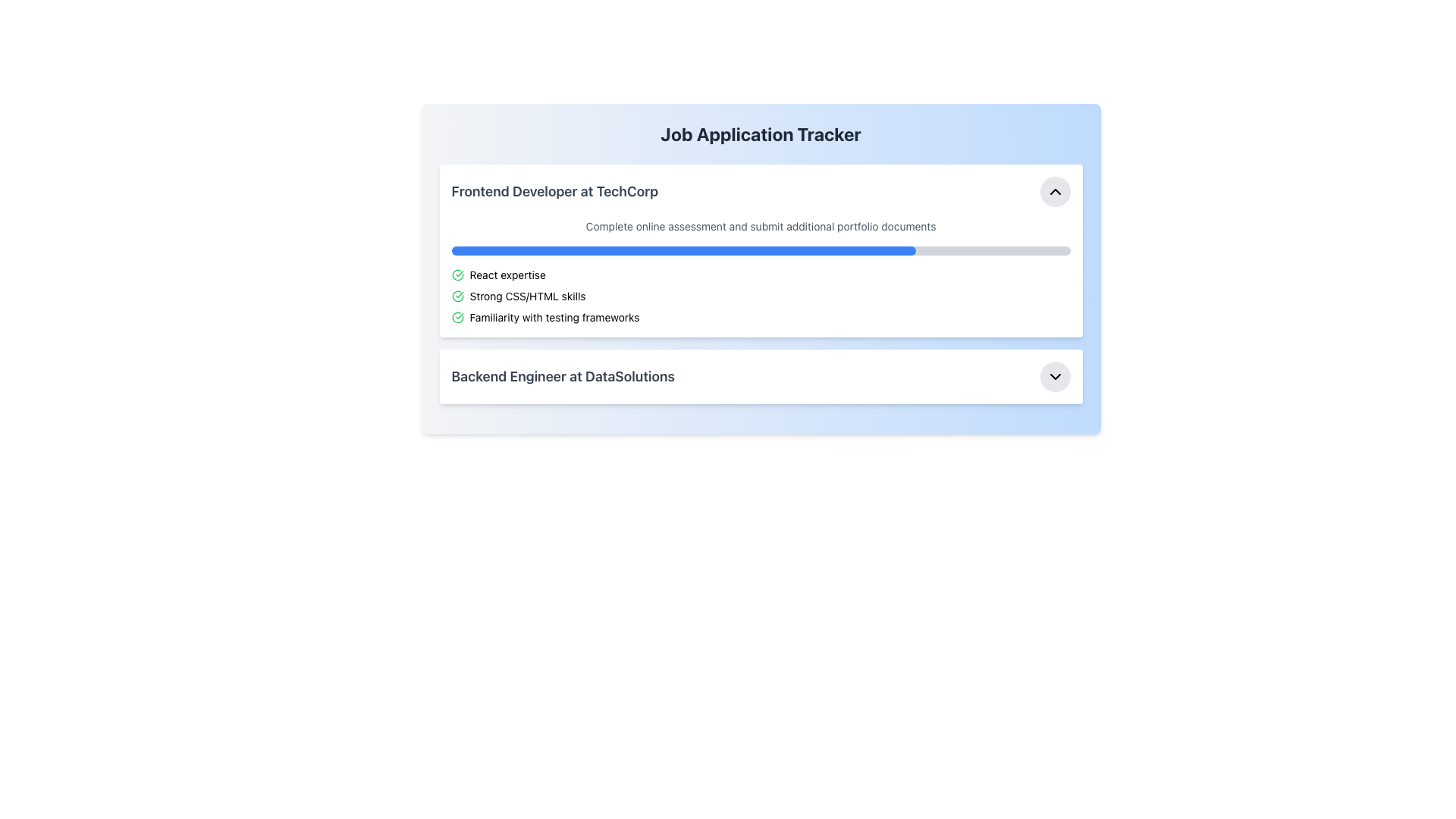 Image resolution: width=1456 pixels, height=819 pixels. Describe the element at coordinates (761, 250) in the screenshot. I see `the horizontal progress bar located below the text 'Complete online assessment and submit additional portfolio documents' and above the list of bullet points describing job requirements` at that location.